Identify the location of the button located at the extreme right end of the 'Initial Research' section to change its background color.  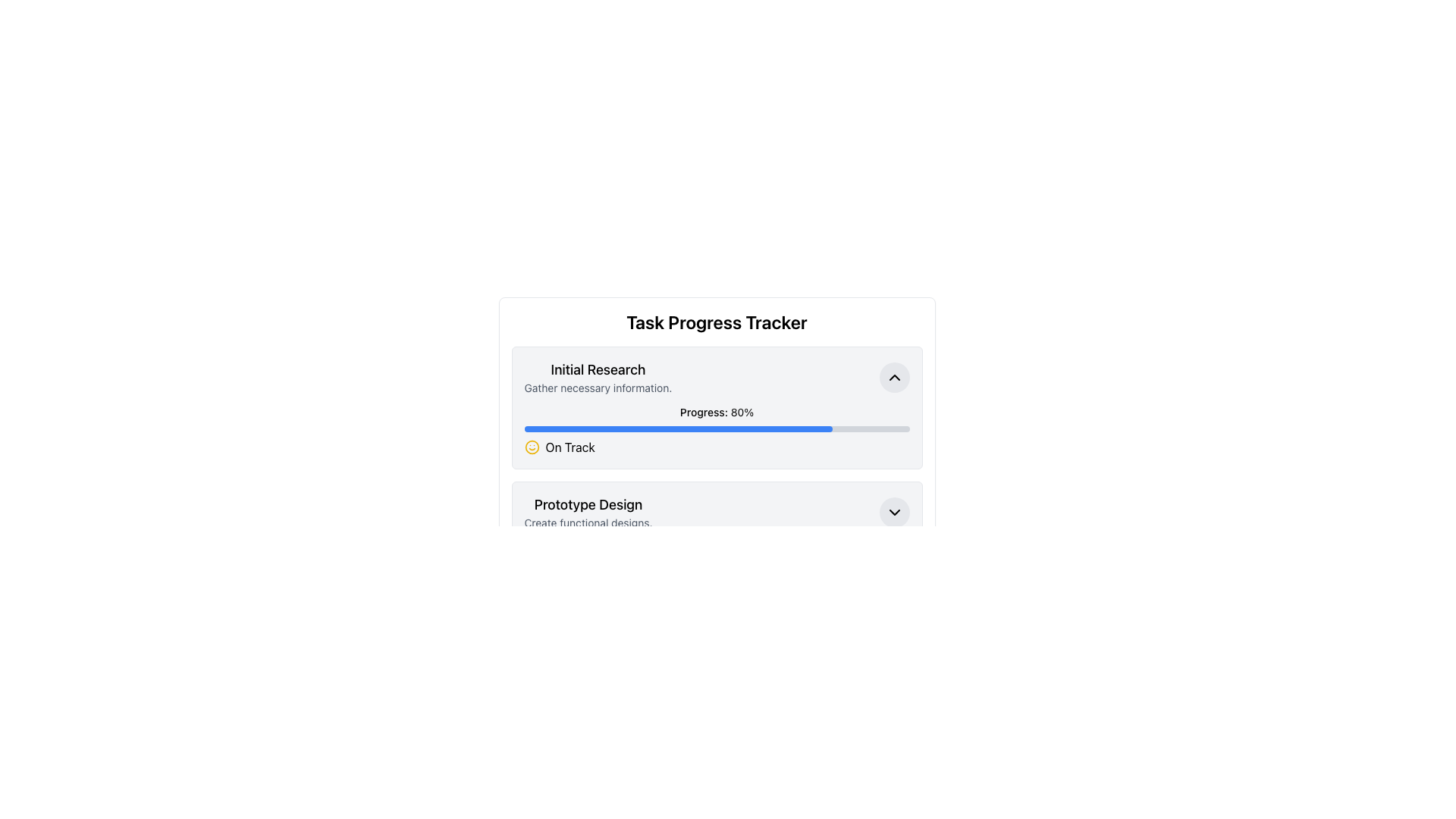
(894, 376).